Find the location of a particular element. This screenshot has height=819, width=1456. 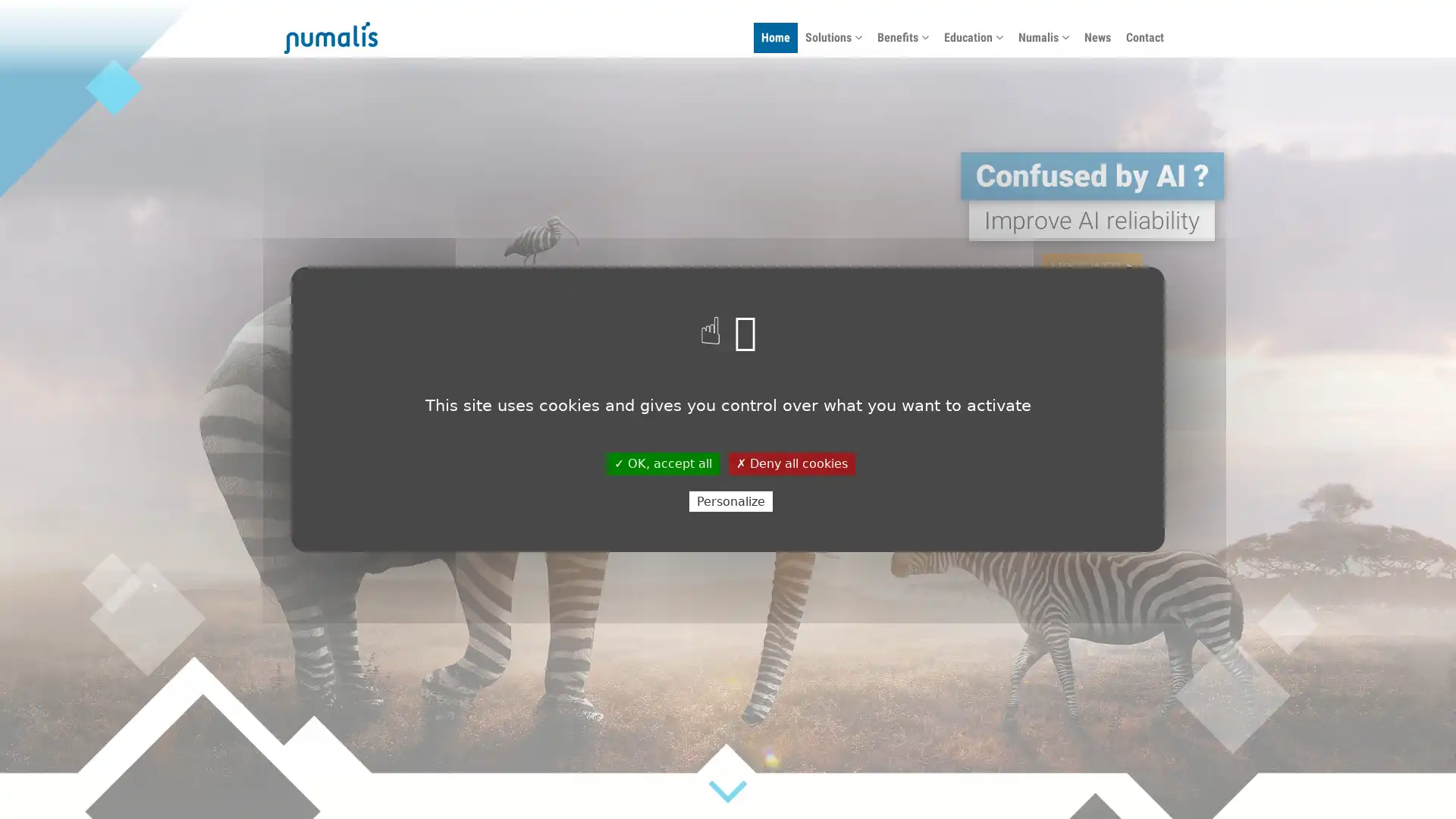

OK, accept all is located at coordinates (662, 463).